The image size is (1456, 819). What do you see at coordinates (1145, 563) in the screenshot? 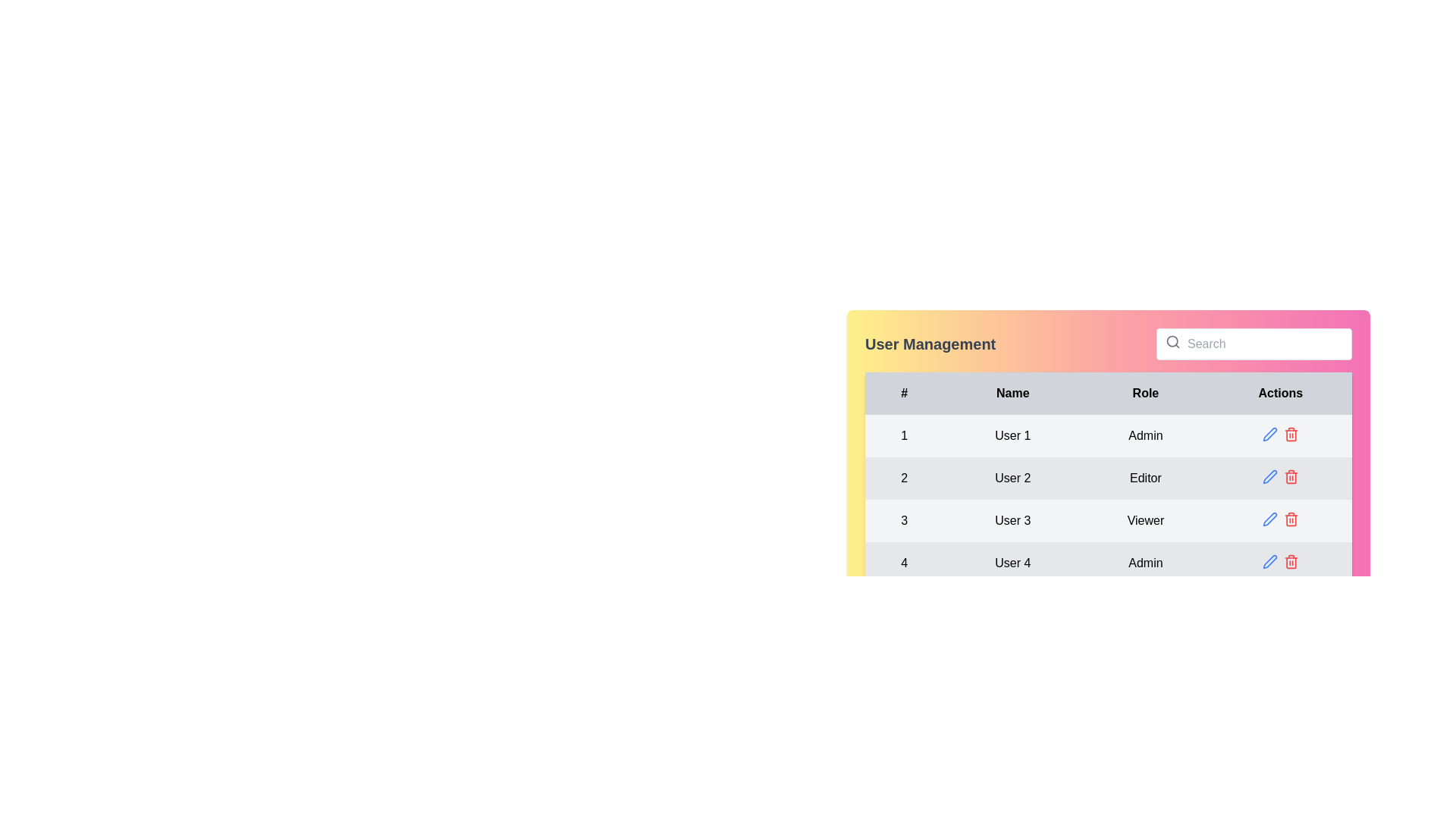
I see `the text label containing the word 'Admin', which is displayed in the center of its box with a light gray background and is located in the fourth row under the 'Role' column` at bounding box center [1145, 563].